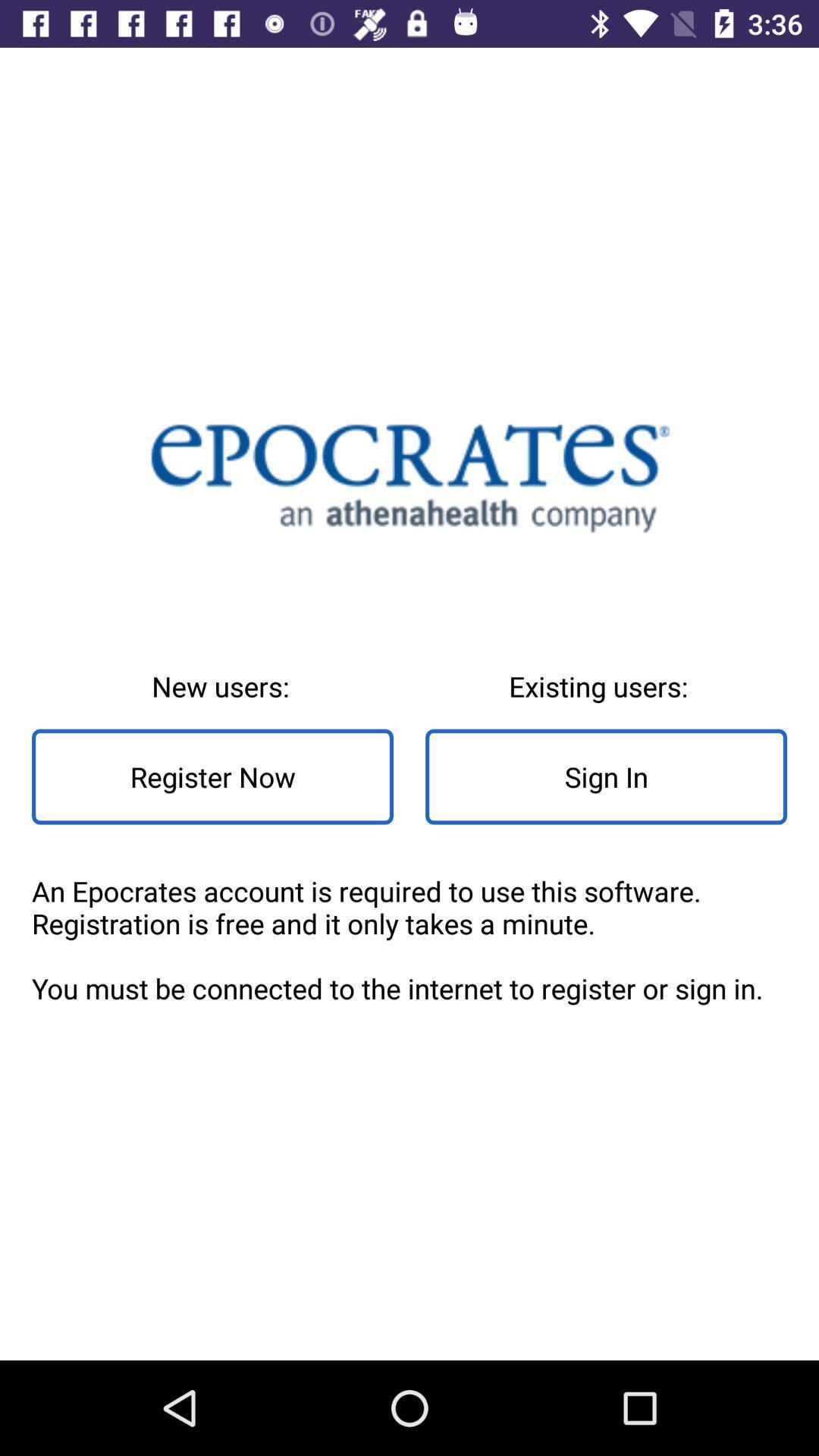 The width and height of the screenshot is (819, 1456). I want to click on register now, so click(212, 777).